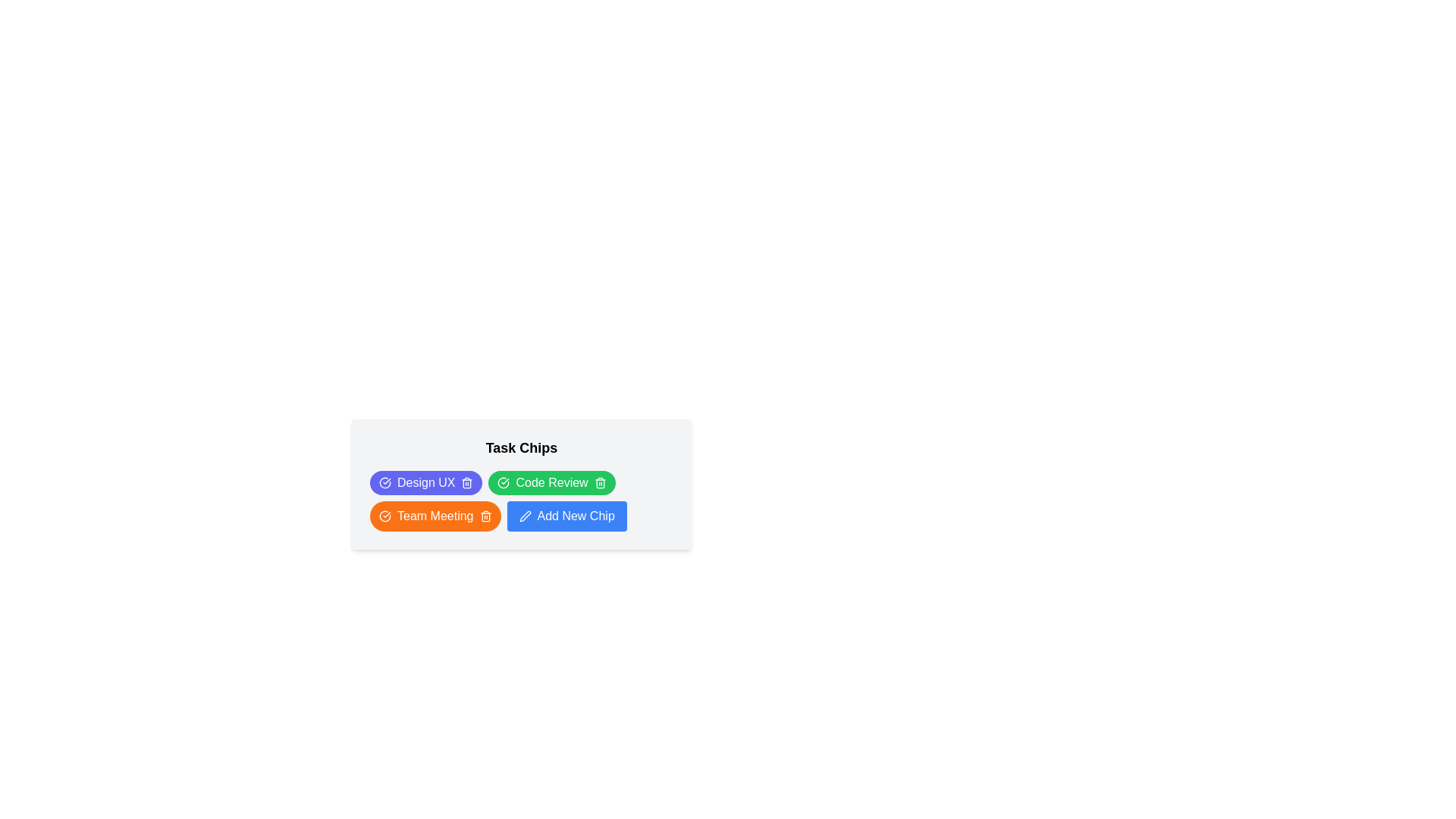 Image resolution: width=1456 pixels, height=819 pixels. Describe the element at coordinates (566, 516) in the screenshot. I see `the blue rectangular button with rounded corners that contains a pen icon and the text 'Add New Chip'` at that location.